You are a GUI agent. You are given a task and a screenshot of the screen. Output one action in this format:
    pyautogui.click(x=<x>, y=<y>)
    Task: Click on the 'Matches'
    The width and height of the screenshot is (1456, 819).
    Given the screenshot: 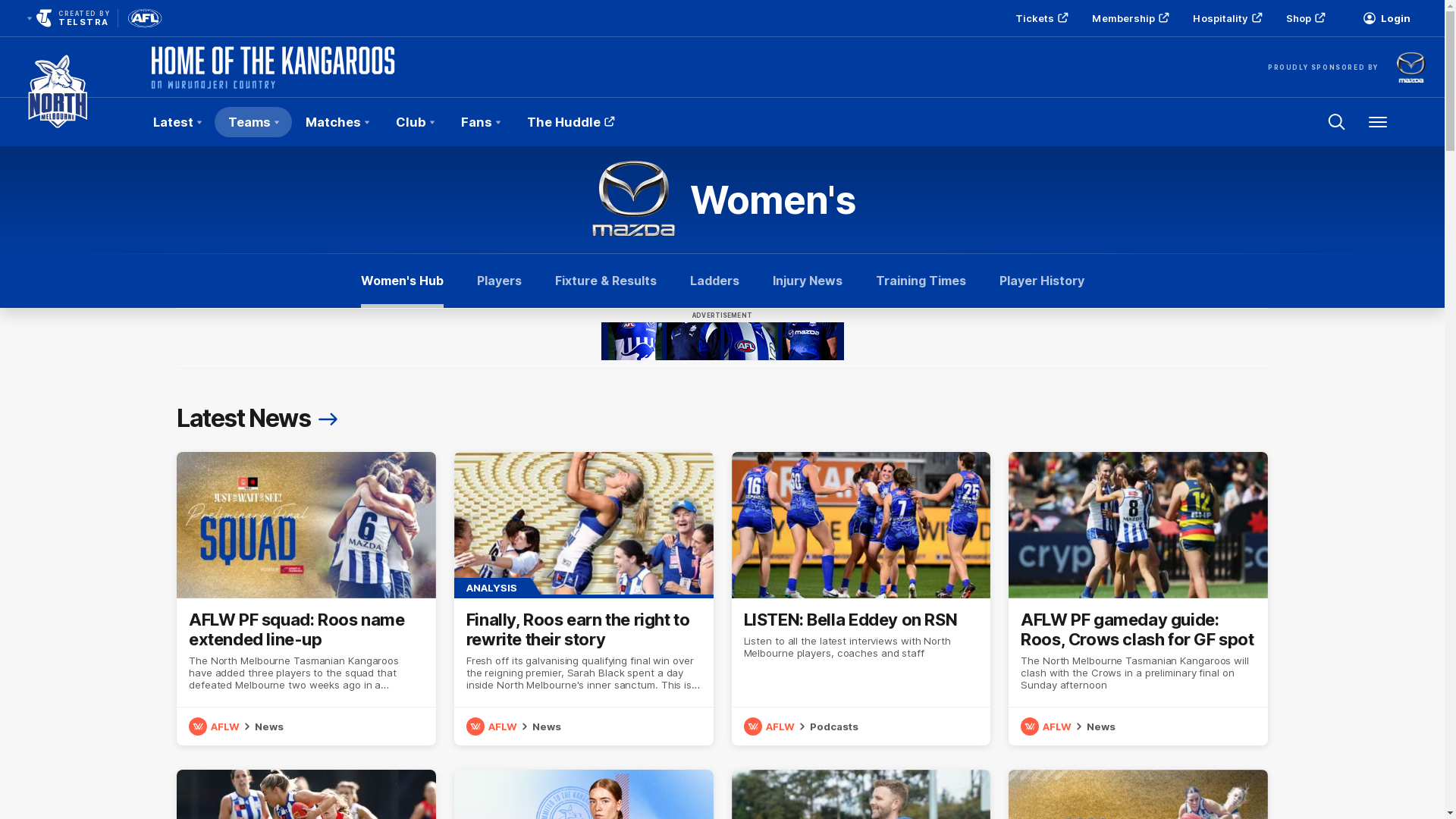 What is the action you would take?
    pyautogui.click(x=291, y=121)
    